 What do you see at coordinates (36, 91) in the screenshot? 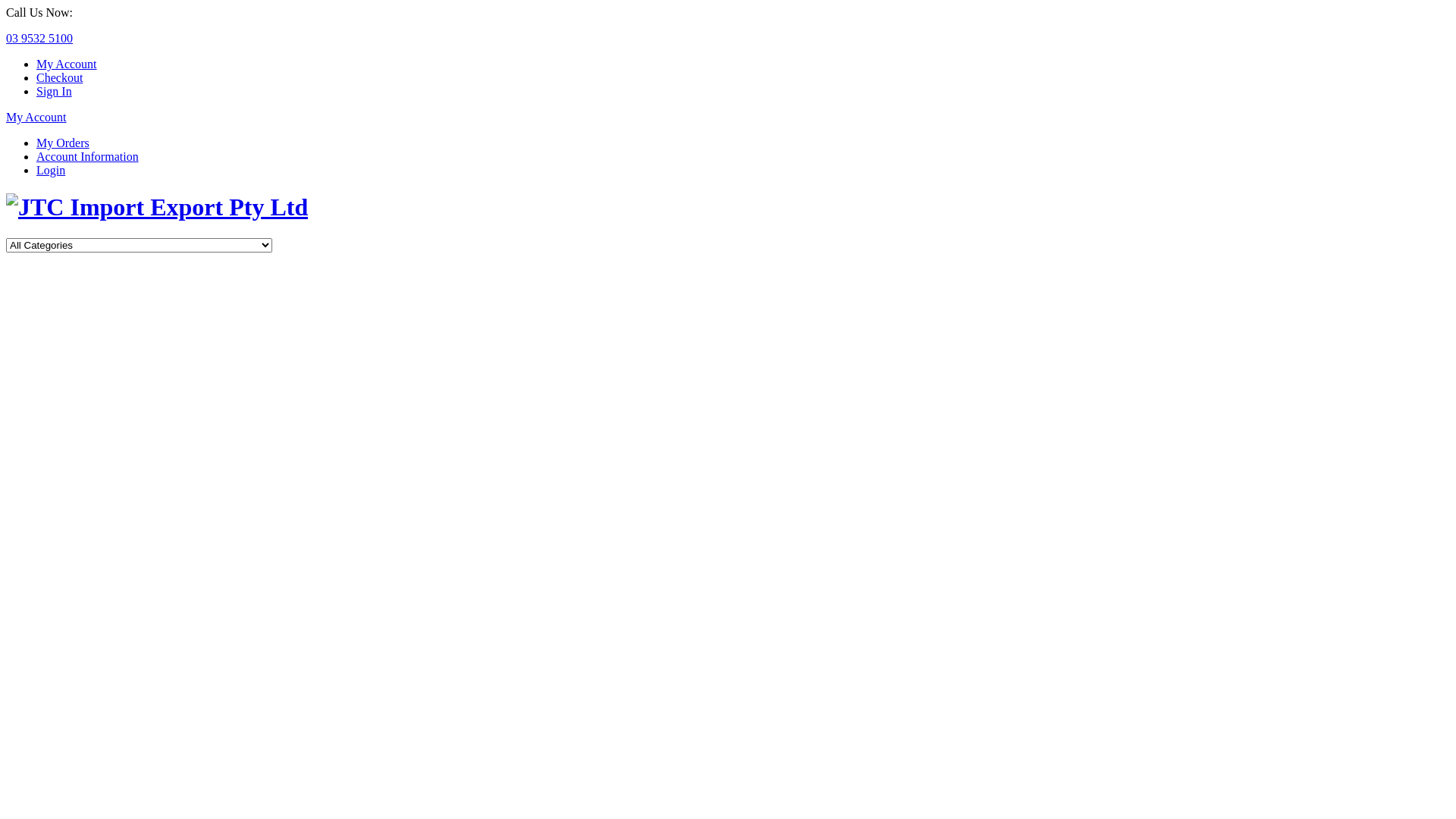
I see `'Sign In'` at bounding box center [36, 91].